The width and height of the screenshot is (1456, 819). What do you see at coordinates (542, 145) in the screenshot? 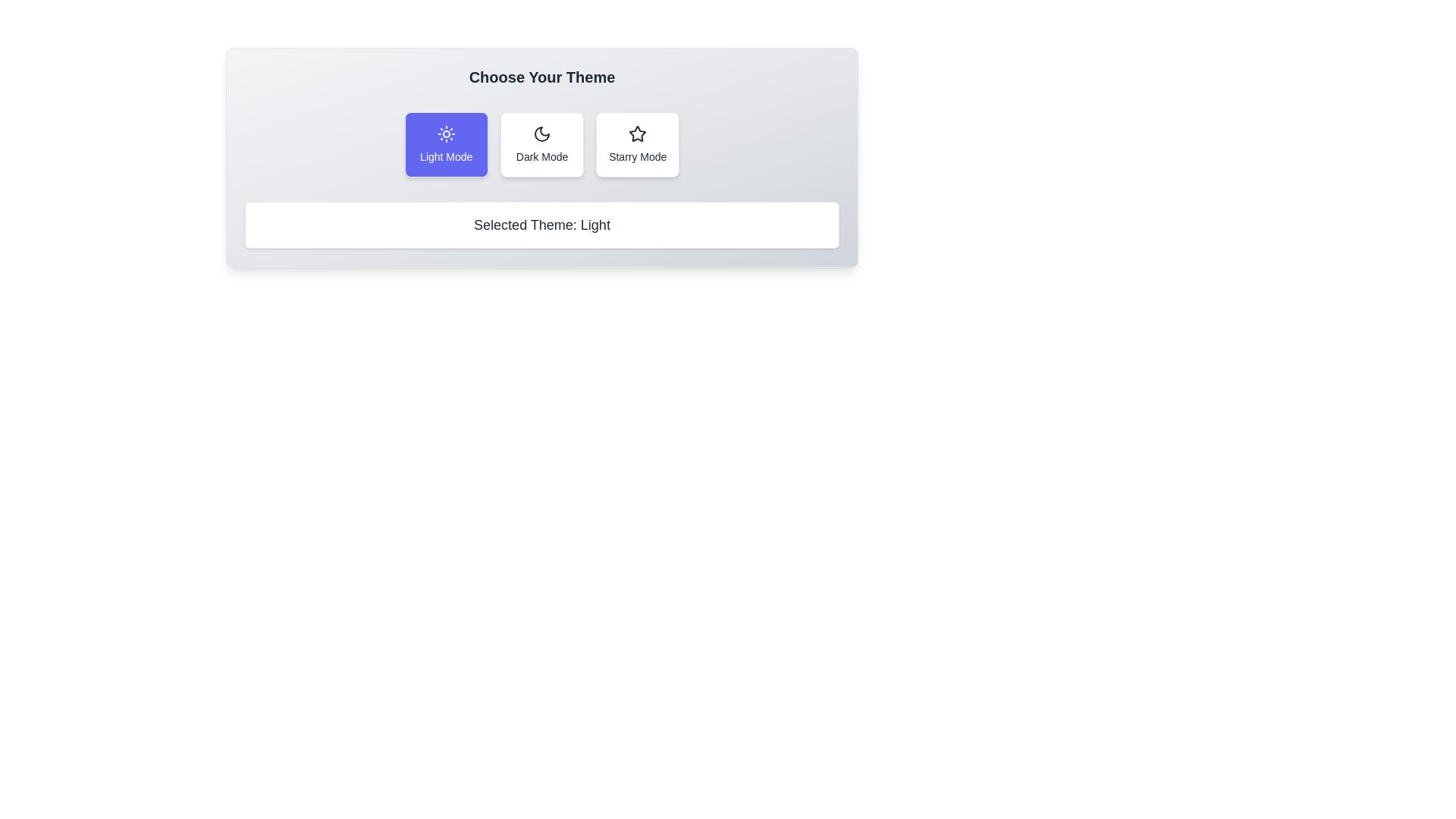
I see `the theme Dark Mode by clicking the corresponding button` at bounding box center [542, 145].